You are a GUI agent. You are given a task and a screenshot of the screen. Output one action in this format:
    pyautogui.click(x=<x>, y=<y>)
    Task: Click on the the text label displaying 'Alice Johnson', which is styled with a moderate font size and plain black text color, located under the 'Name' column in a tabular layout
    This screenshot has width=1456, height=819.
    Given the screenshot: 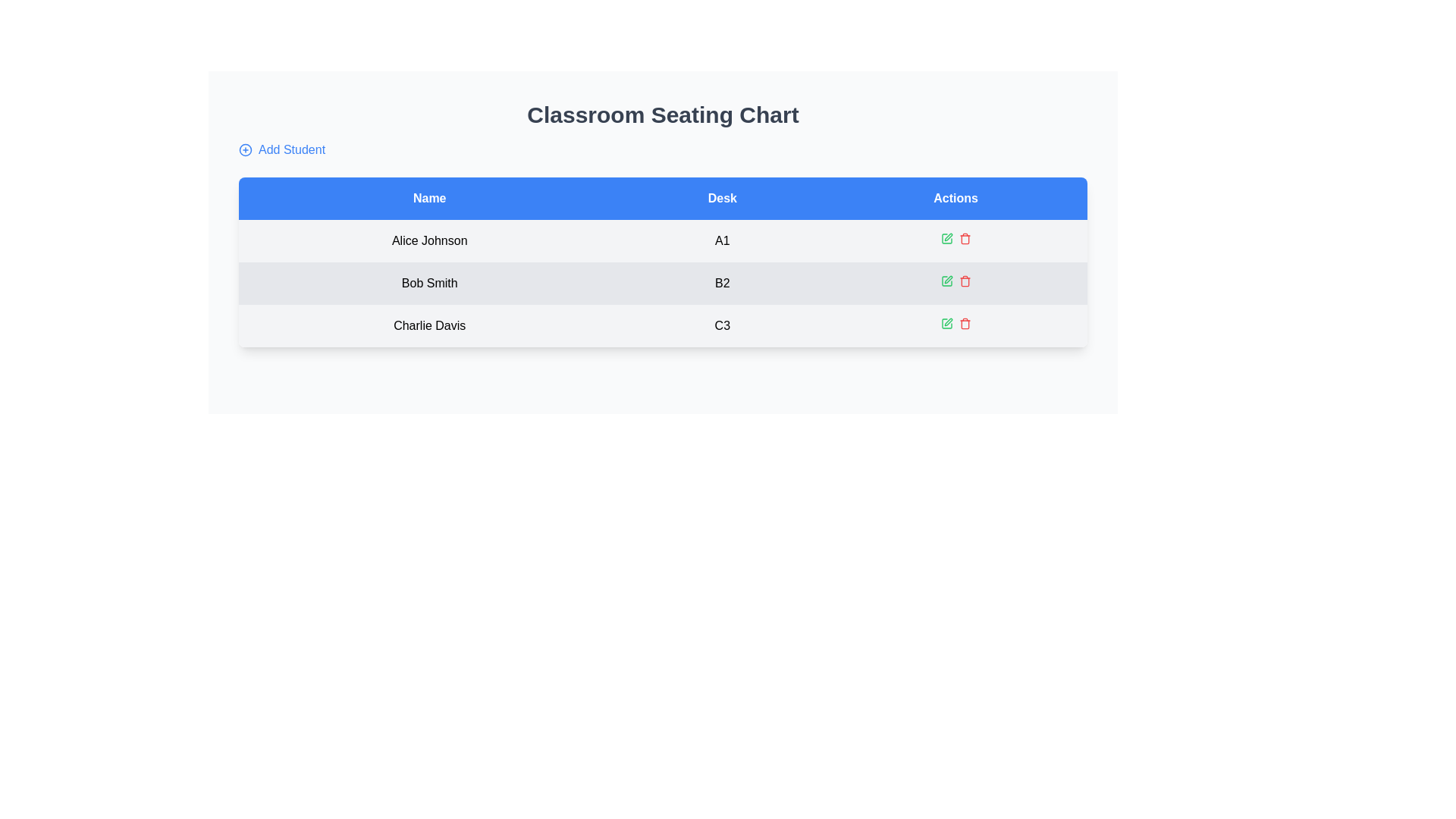 What is the action you would take?
    pyautogui.click(x=428, y=240)
    